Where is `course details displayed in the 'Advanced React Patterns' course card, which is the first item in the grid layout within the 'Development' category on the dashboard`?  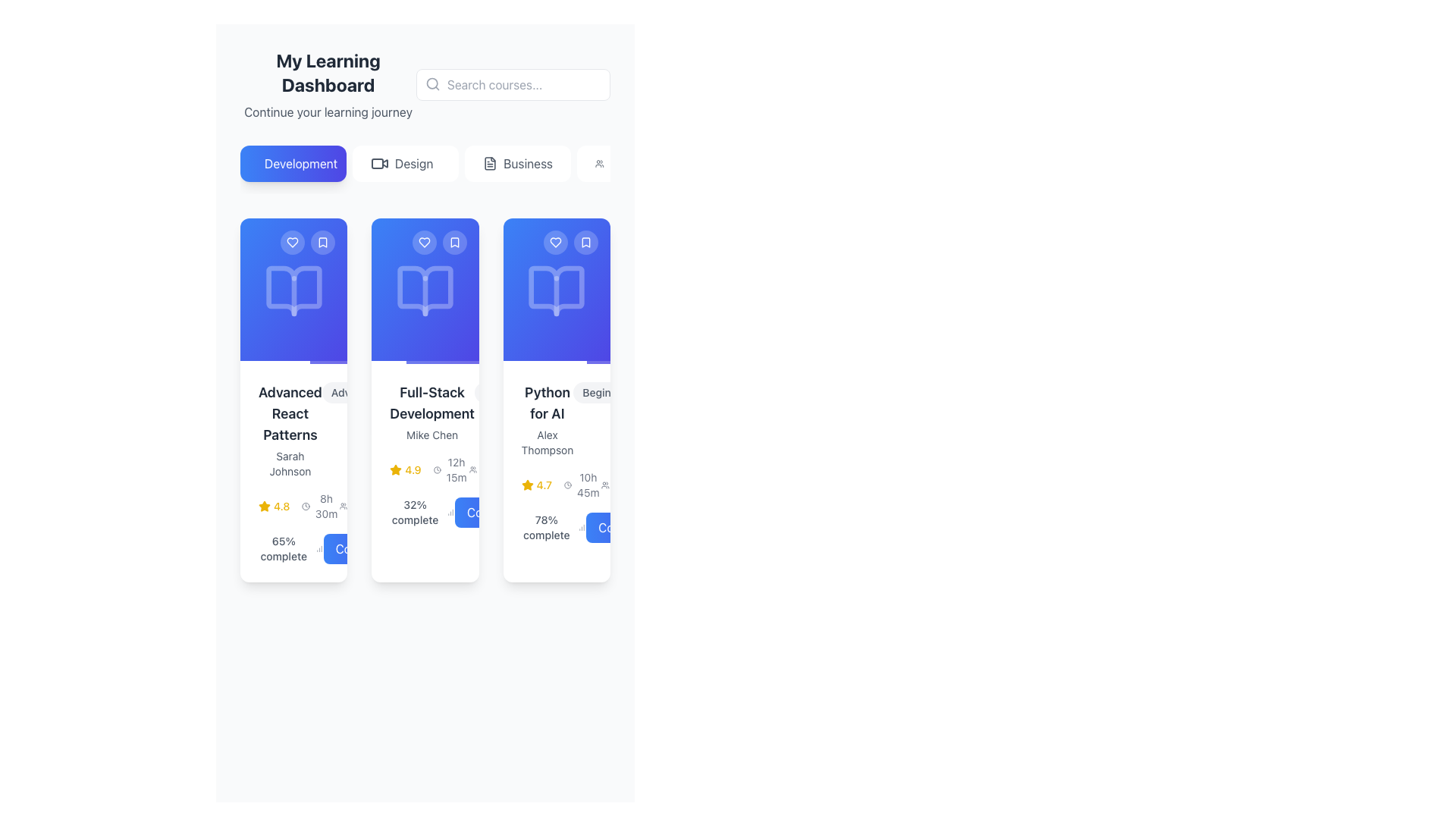 course details displayed in the 'Advanced React Patterns' course card, which is the first item in the grid layout within the 'Development' category on the dashboard is located at coordinates (293, 400).